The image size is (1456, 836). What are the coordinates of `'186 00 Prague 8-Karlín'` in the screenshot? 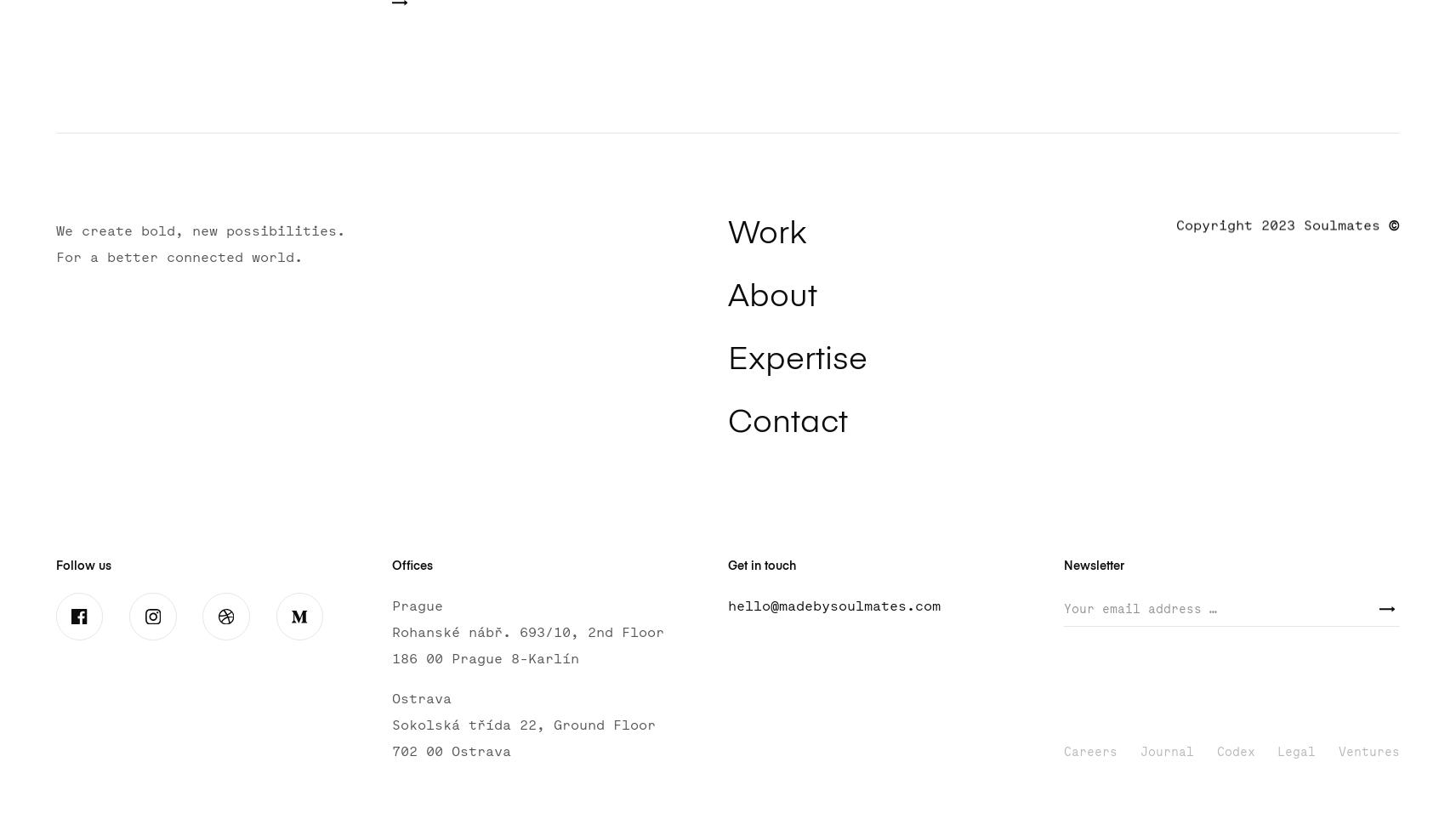 It's located at (390, 657).